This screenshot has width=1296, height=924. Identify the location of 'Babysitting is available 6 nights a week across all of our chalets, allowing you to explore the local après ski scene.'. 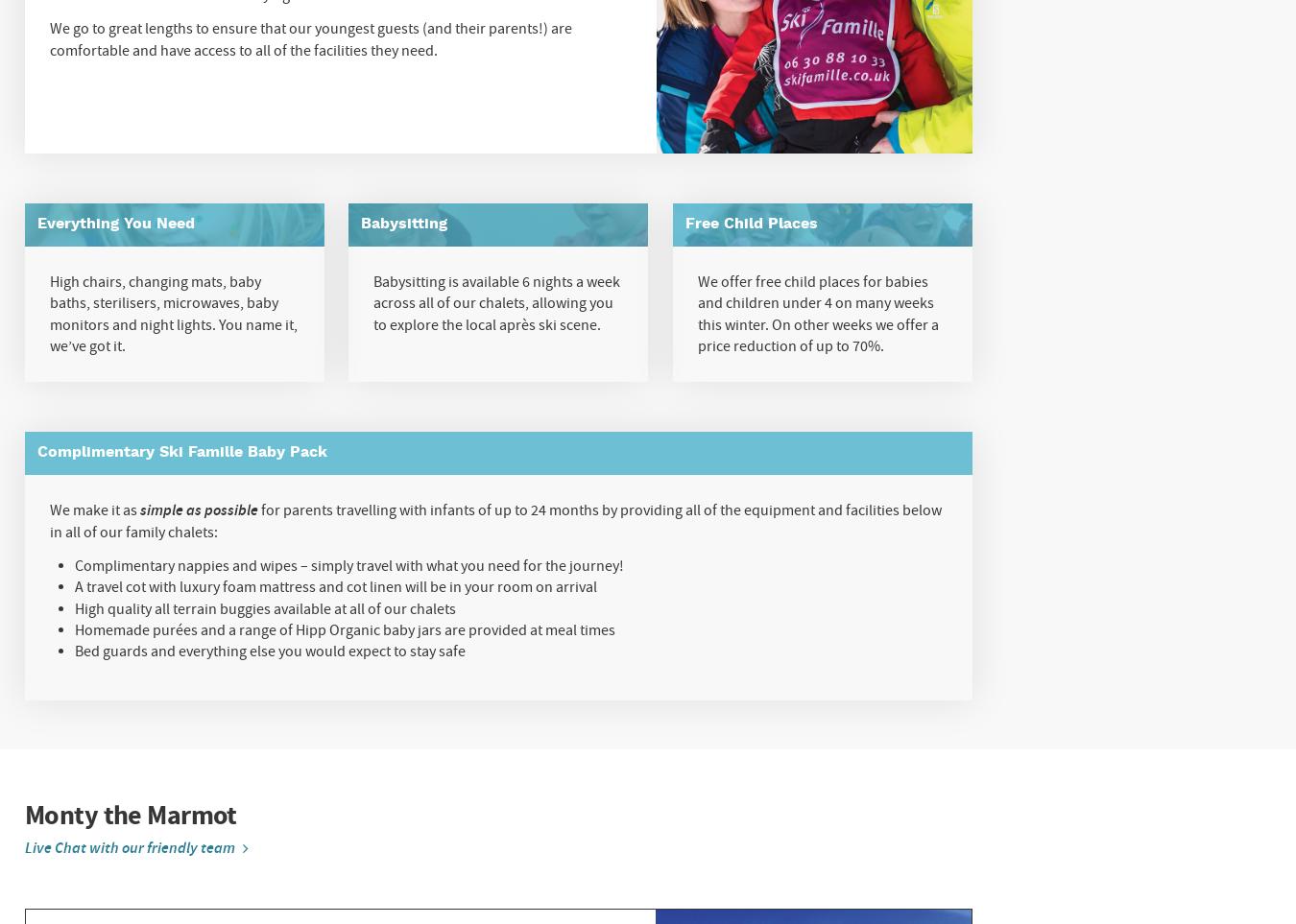
(372, 302).